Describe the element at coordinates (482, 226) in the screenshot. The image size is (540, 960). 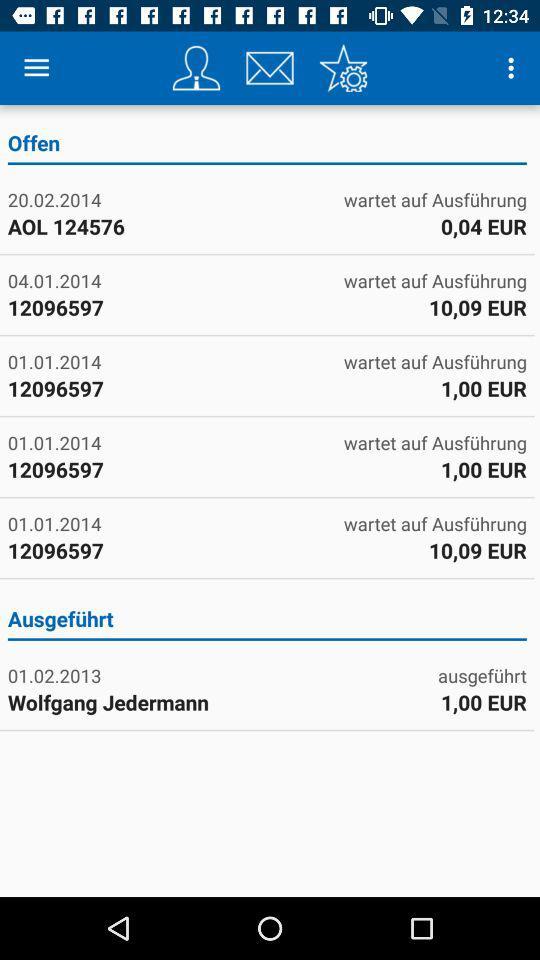
I see `the 0,04 eur` at that location.